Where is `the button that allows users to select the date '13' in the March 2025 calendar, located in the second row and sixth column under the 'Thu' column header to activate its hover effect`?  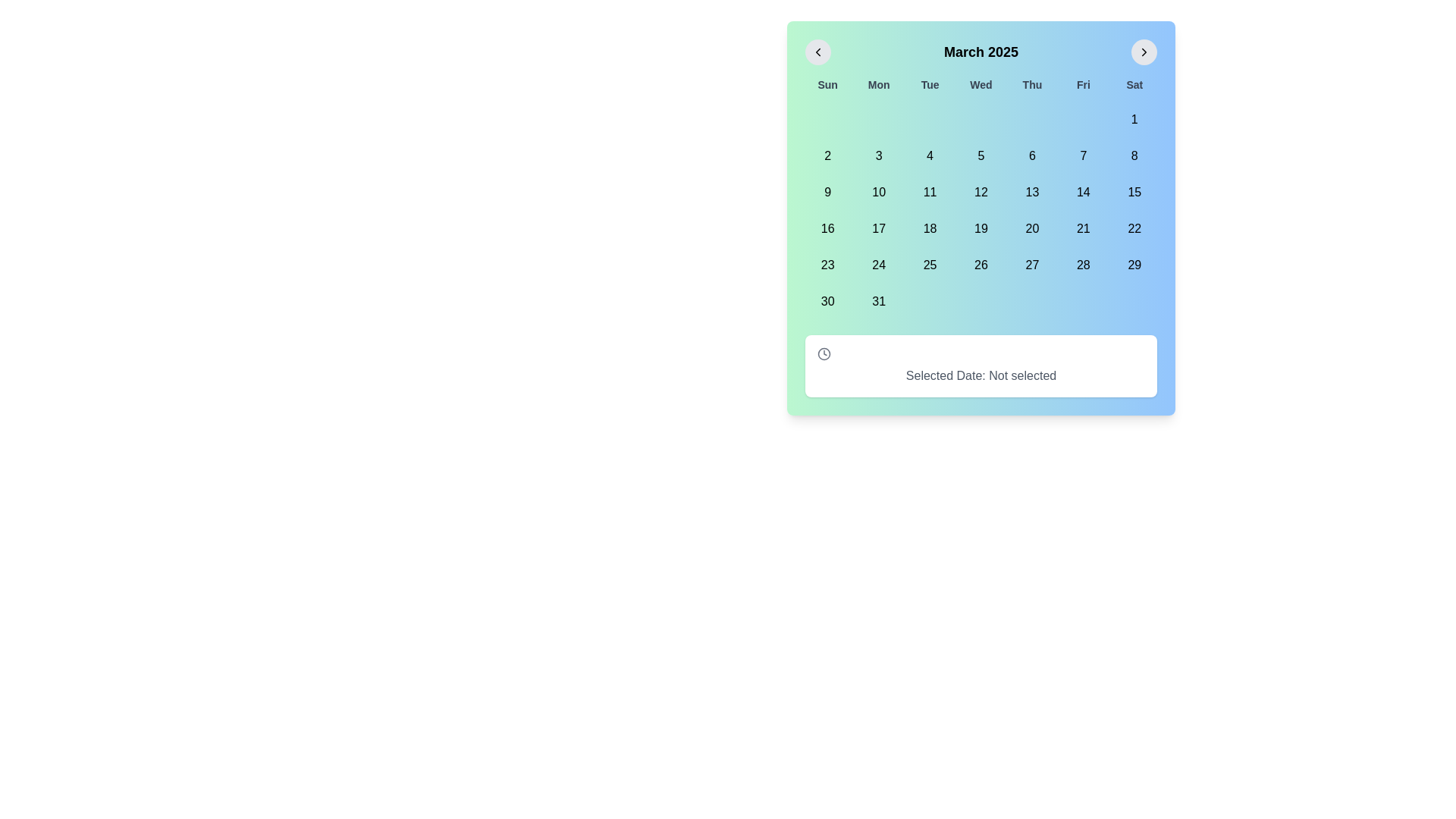 the button that allows users to select the date '13' in the March 2025 calendar, located in the second row and sixth column under the 'Thu' column header to activate its hover effect is located at coordinates (1031, 192).